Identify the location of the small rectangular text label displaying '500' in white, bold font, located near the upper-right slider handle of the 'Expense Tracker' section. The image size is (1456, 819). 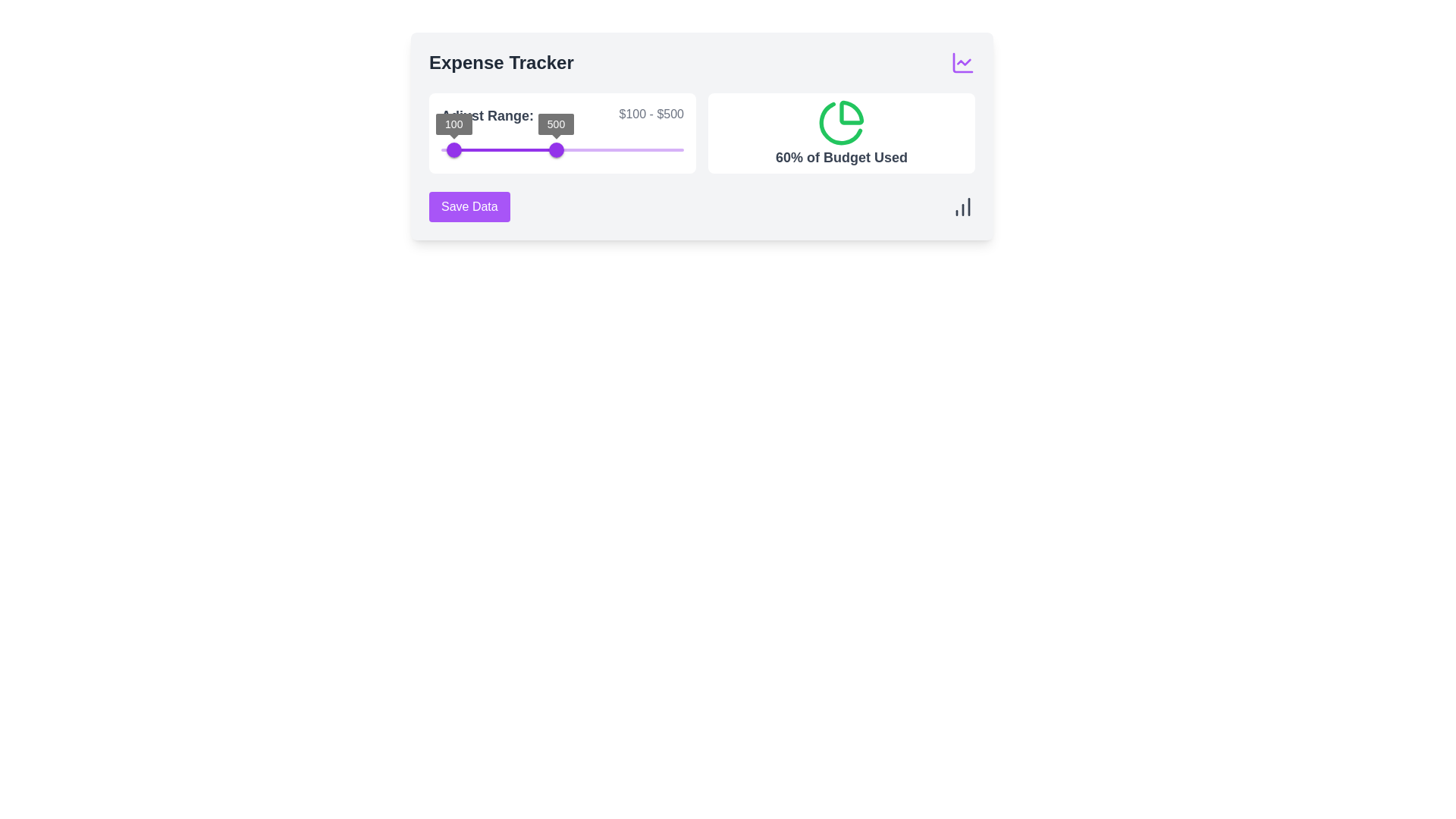
(555, 123).